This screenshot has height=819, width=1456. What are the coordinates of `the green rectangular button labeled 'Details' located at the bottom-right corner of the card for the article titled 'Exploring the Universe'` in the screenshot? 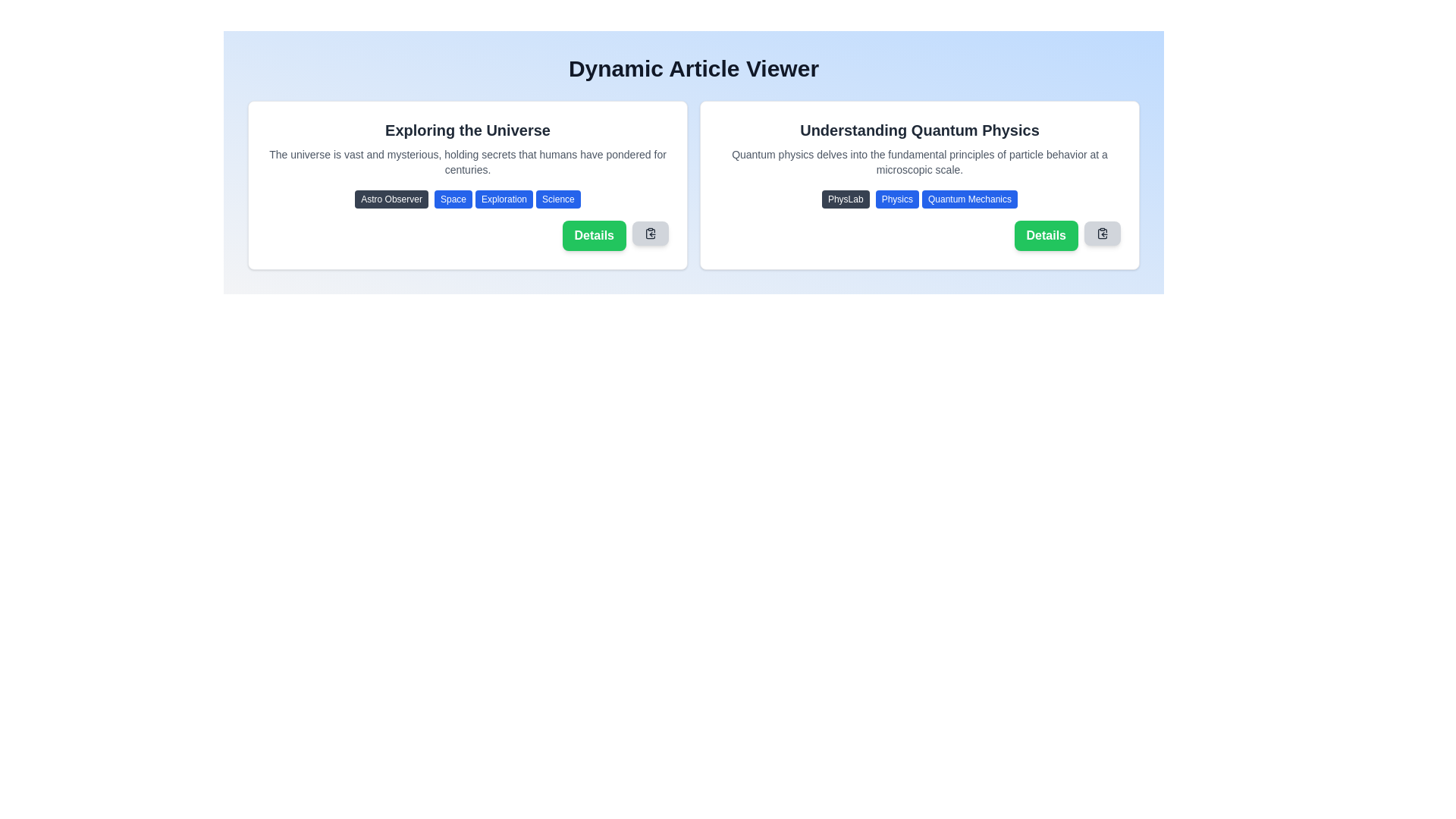 It's located at (593, 236).